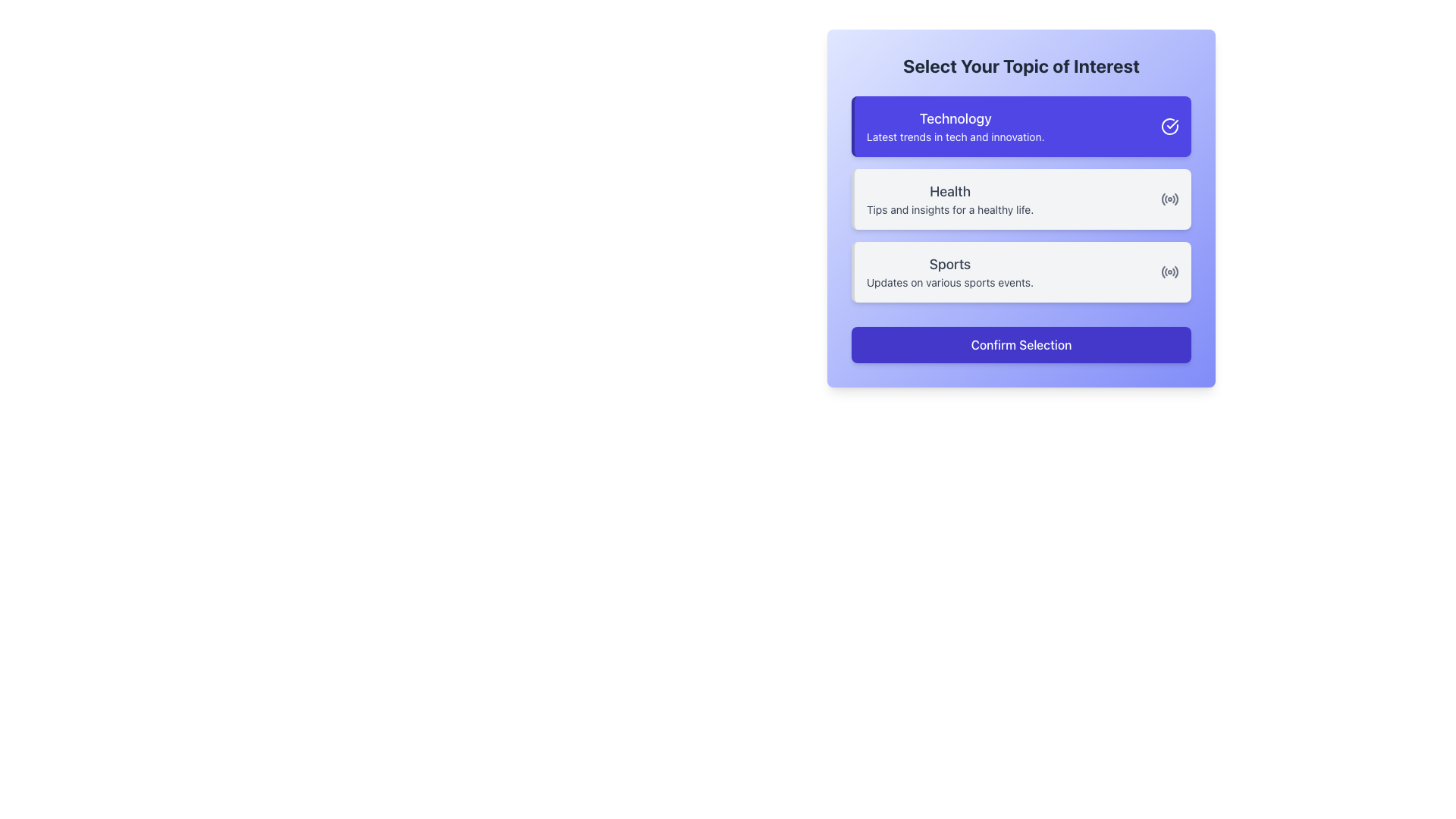  What do you see at coordinates (949, 191) in the screenshot?
I see `'Health' text label located in the second vertically stacked card, positioned above the descriptive text 'Tips and insights for a healthy life.'` at bounding box center [949, 191].